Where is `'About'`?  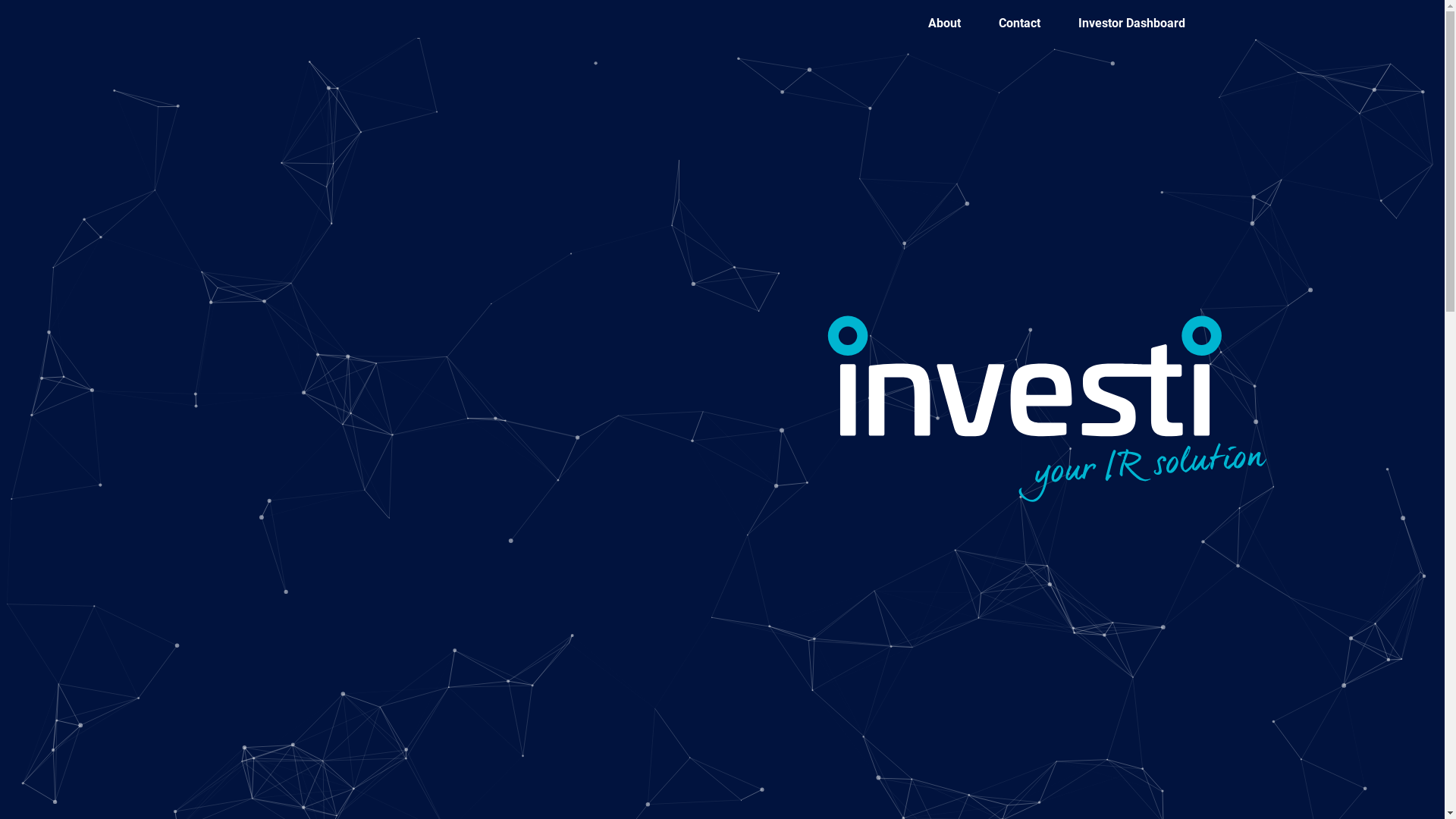
'About' is located at coordinates (943, 23).